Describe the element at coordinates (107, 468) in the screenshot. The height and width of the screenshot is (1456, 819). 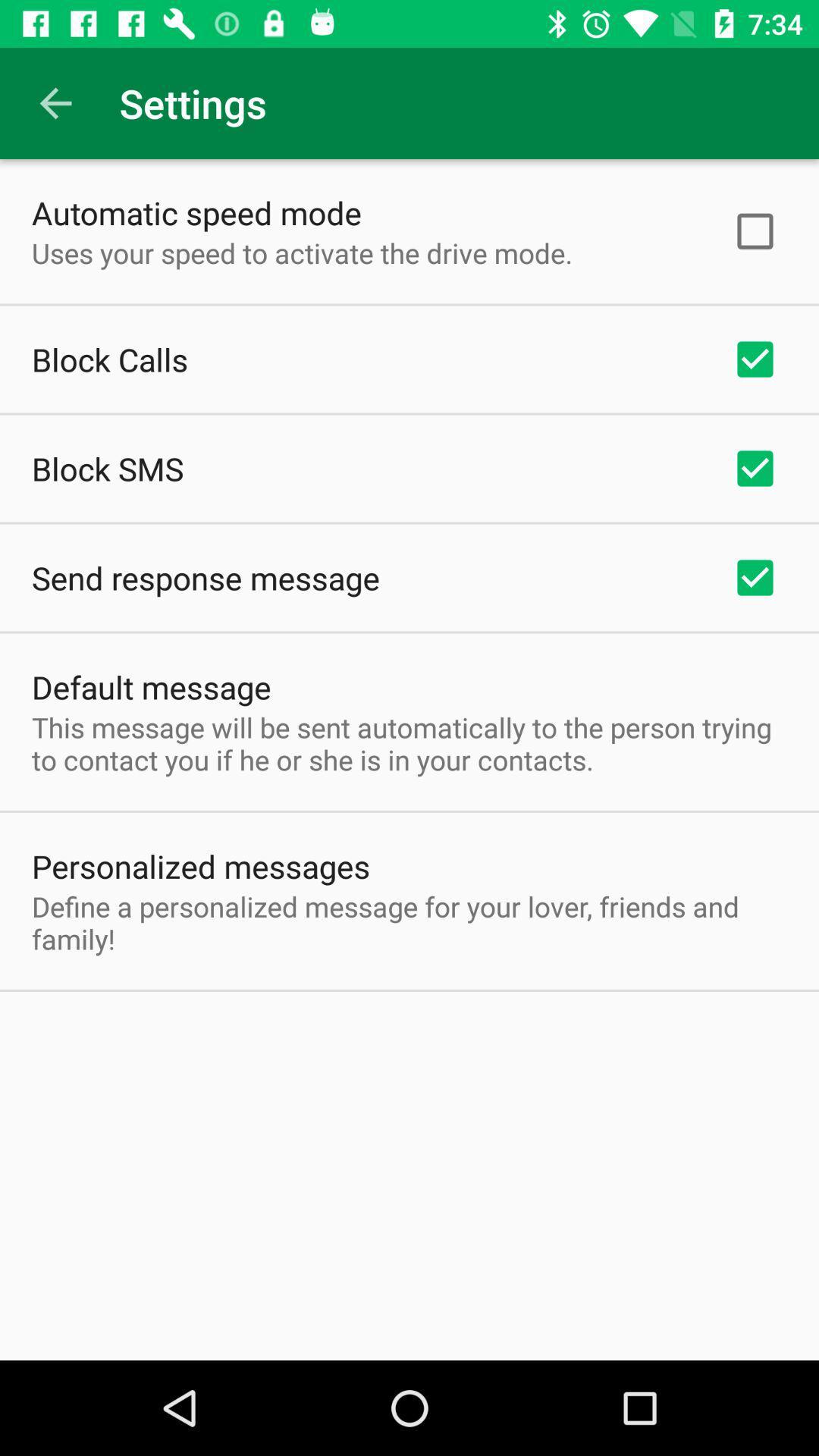
I see `icon above send response message app` at that location.